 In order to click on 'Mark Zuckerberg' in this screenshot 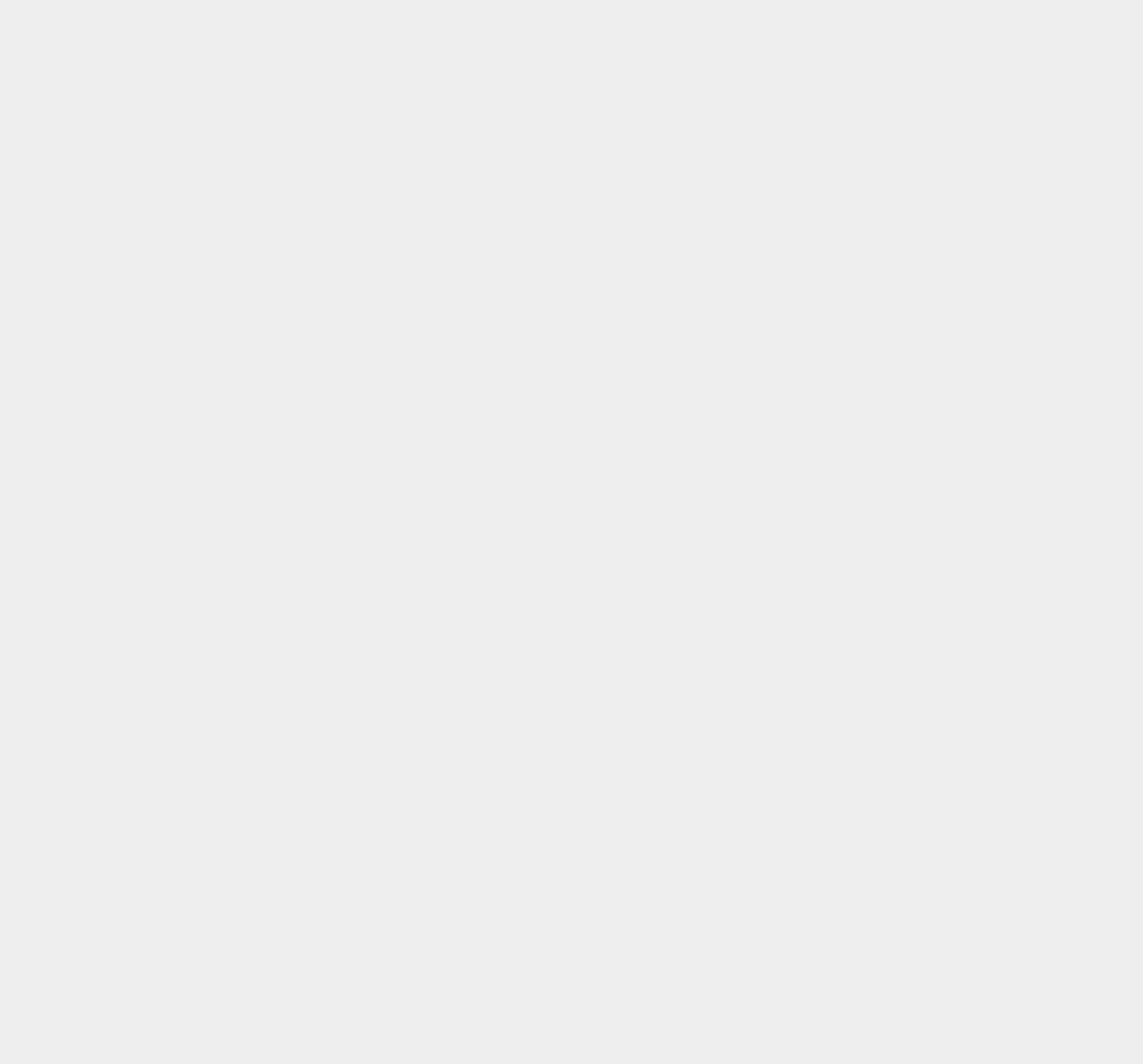, I will do `click(860, 825)`.